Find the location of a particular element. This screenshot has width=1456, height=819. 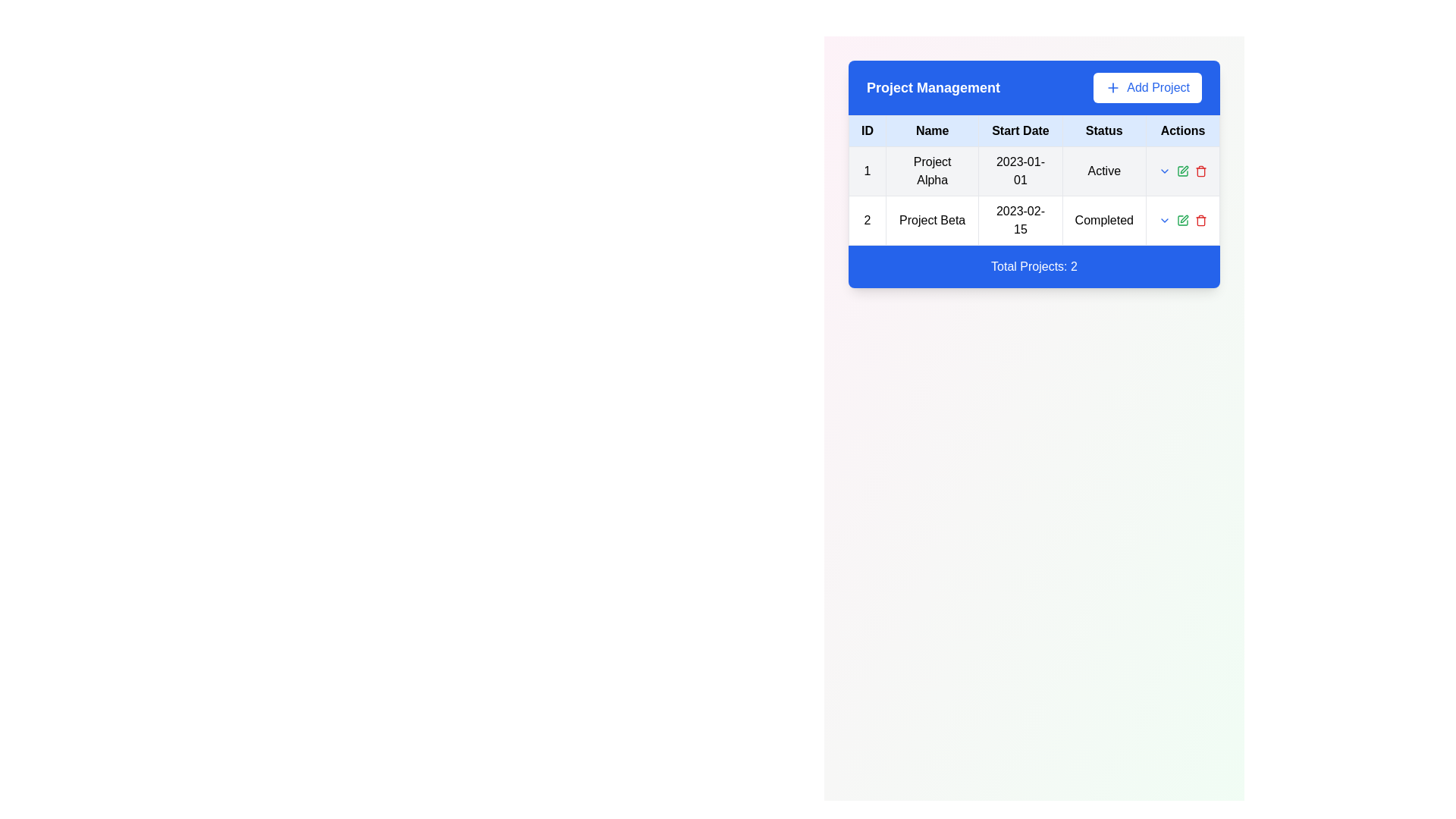

text of the table column header containing 'Start Date', which is styled with a light blue background and black font, located as the third column header in the table is located at coordinates (1020, 130).